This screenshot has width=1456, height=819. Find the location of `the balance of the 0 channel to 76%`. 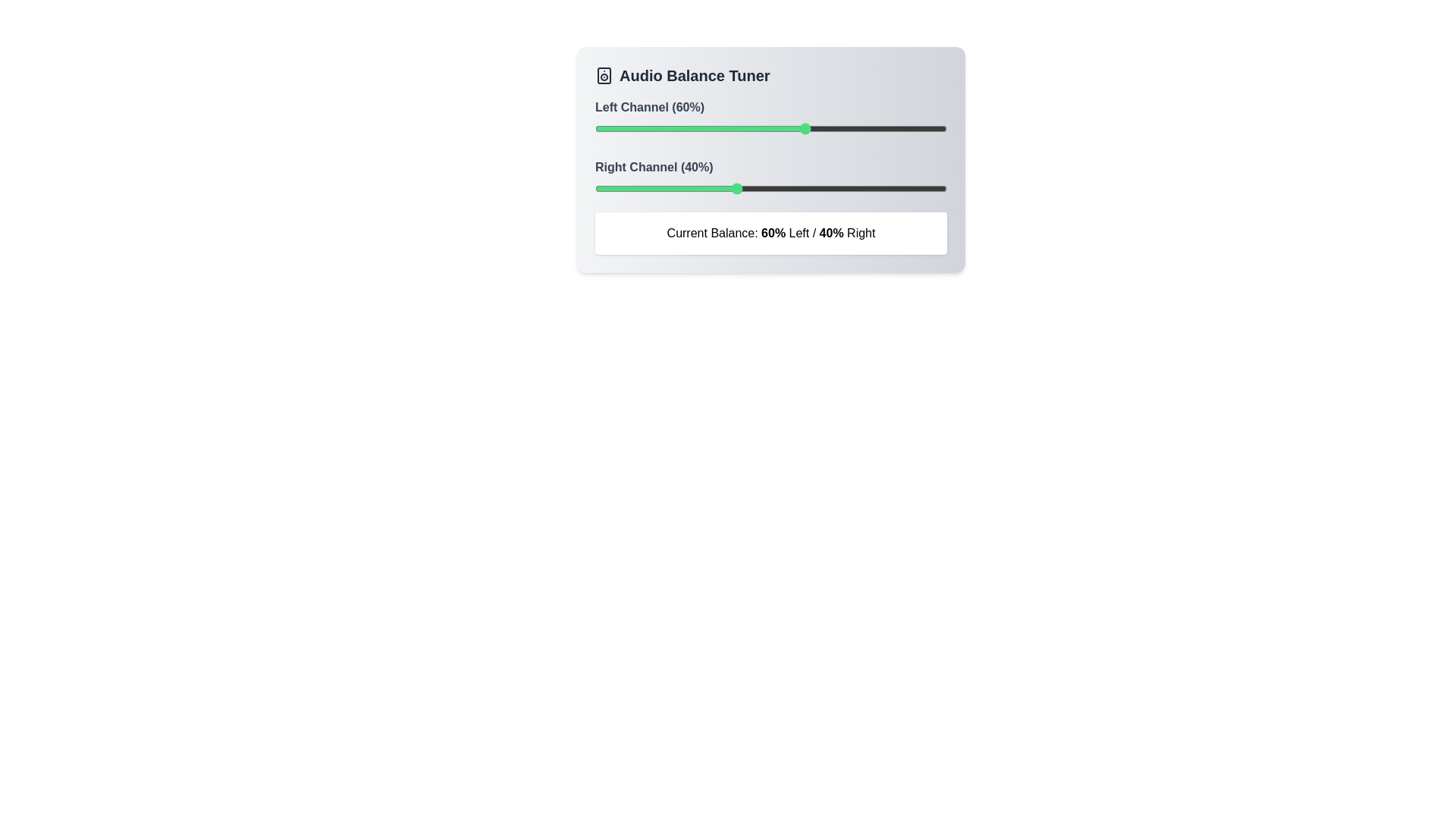

the balance of the 0 channel to 76% is located at coordinates (862, 127).